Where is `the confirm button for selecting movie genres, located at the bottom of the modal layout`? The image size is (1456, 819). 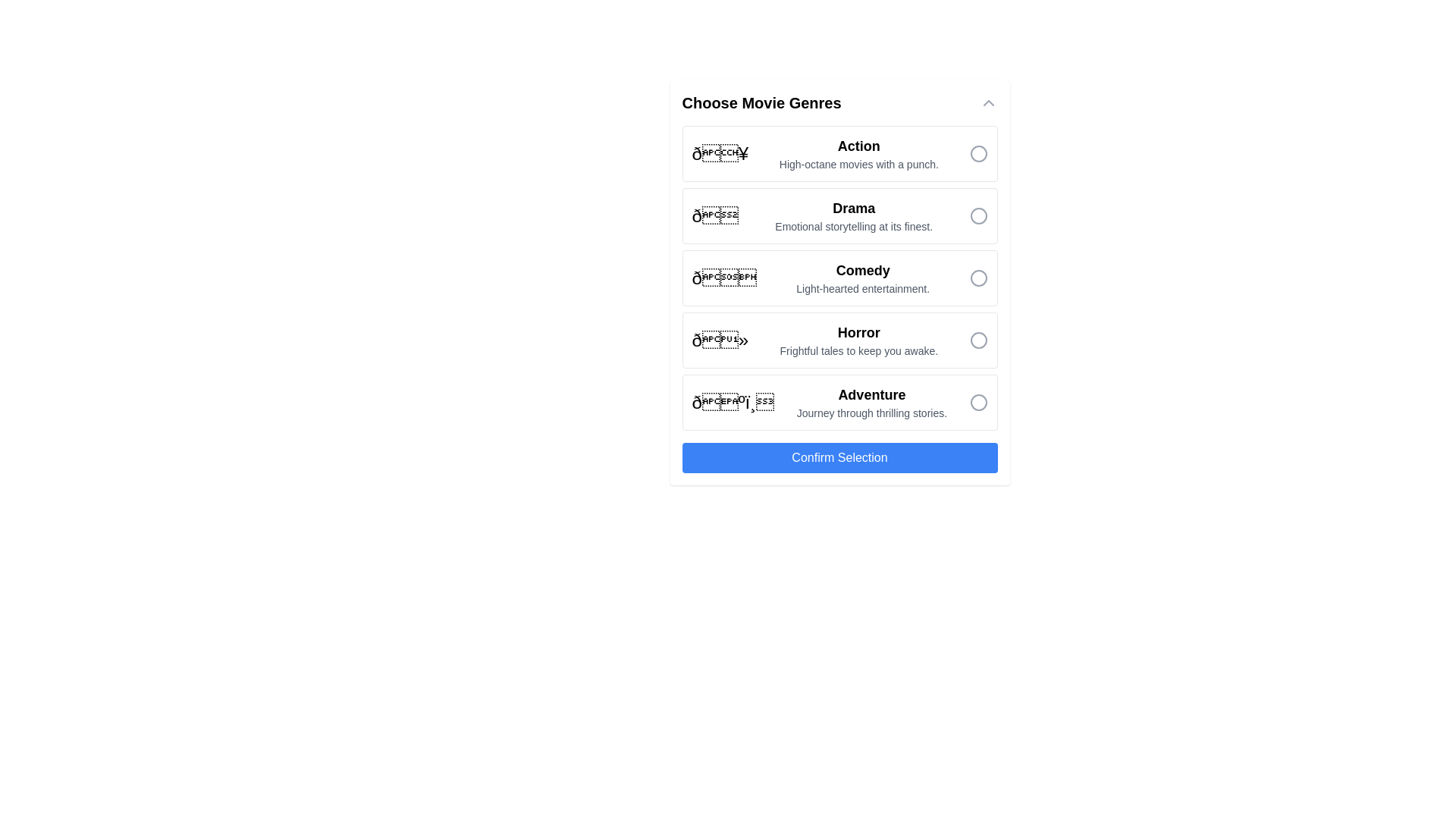
the confirm button for selecting movie genres, located at the bottom of the modal layout is located at coordinates (839, 457).